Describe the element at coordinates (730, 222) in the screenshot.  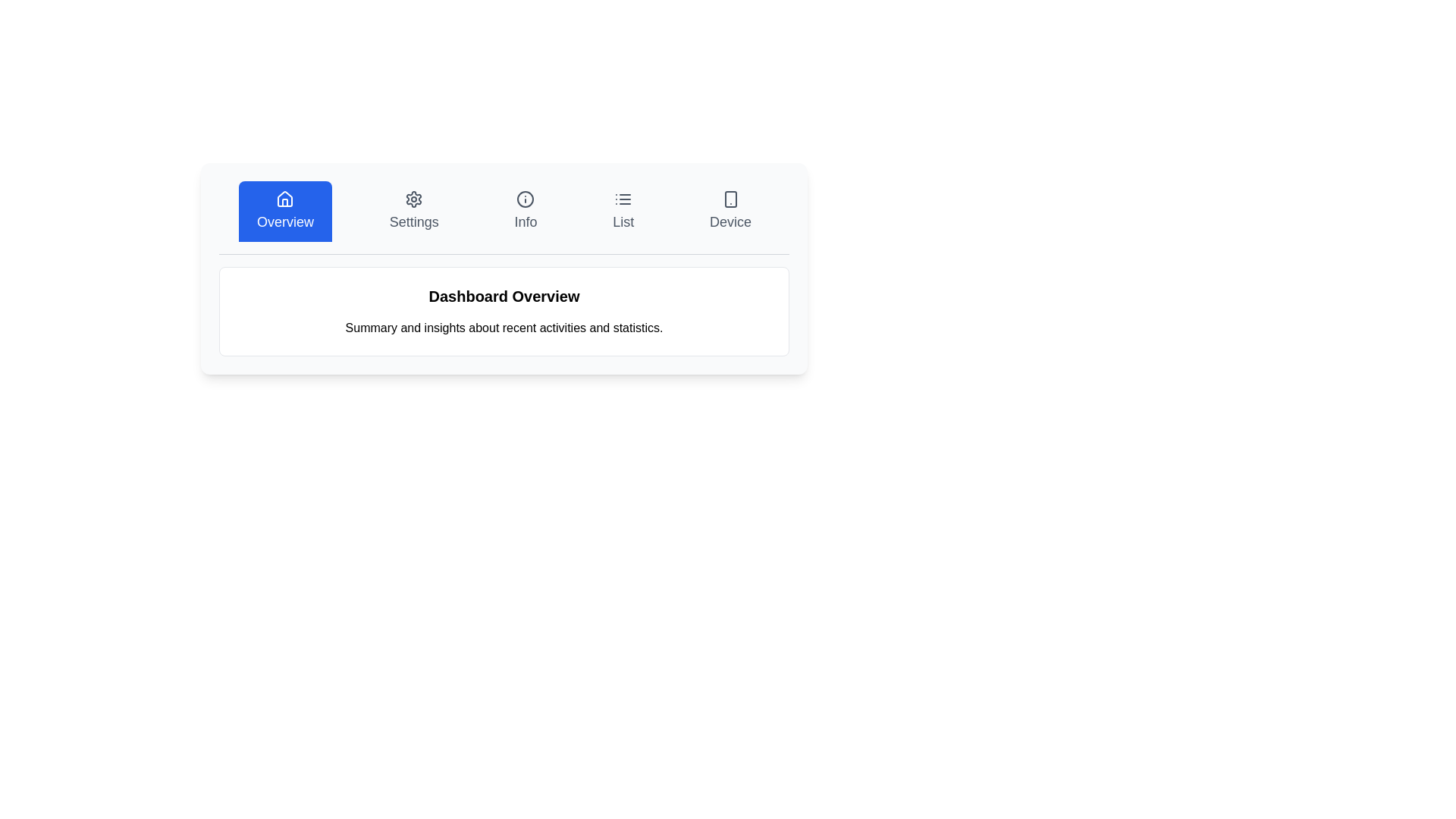
I see `text label displaying 'Device' located centrally below an icon in the fifth position of the navigation bar to understand the purpose of the button` at that location.